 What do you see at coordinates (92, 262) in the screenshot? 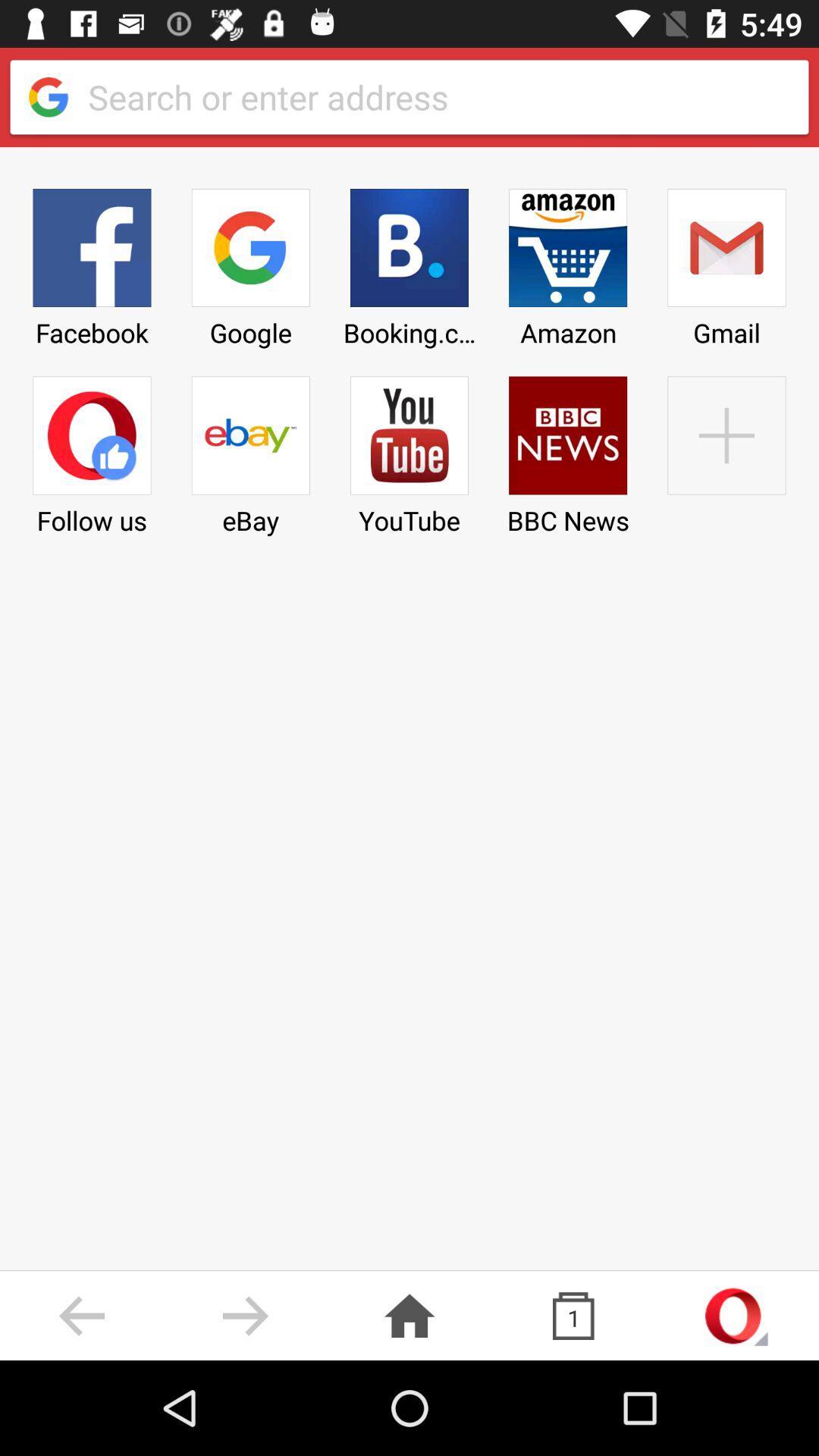
I see `the item to the left of the google item` at bounding box center [92, 262].